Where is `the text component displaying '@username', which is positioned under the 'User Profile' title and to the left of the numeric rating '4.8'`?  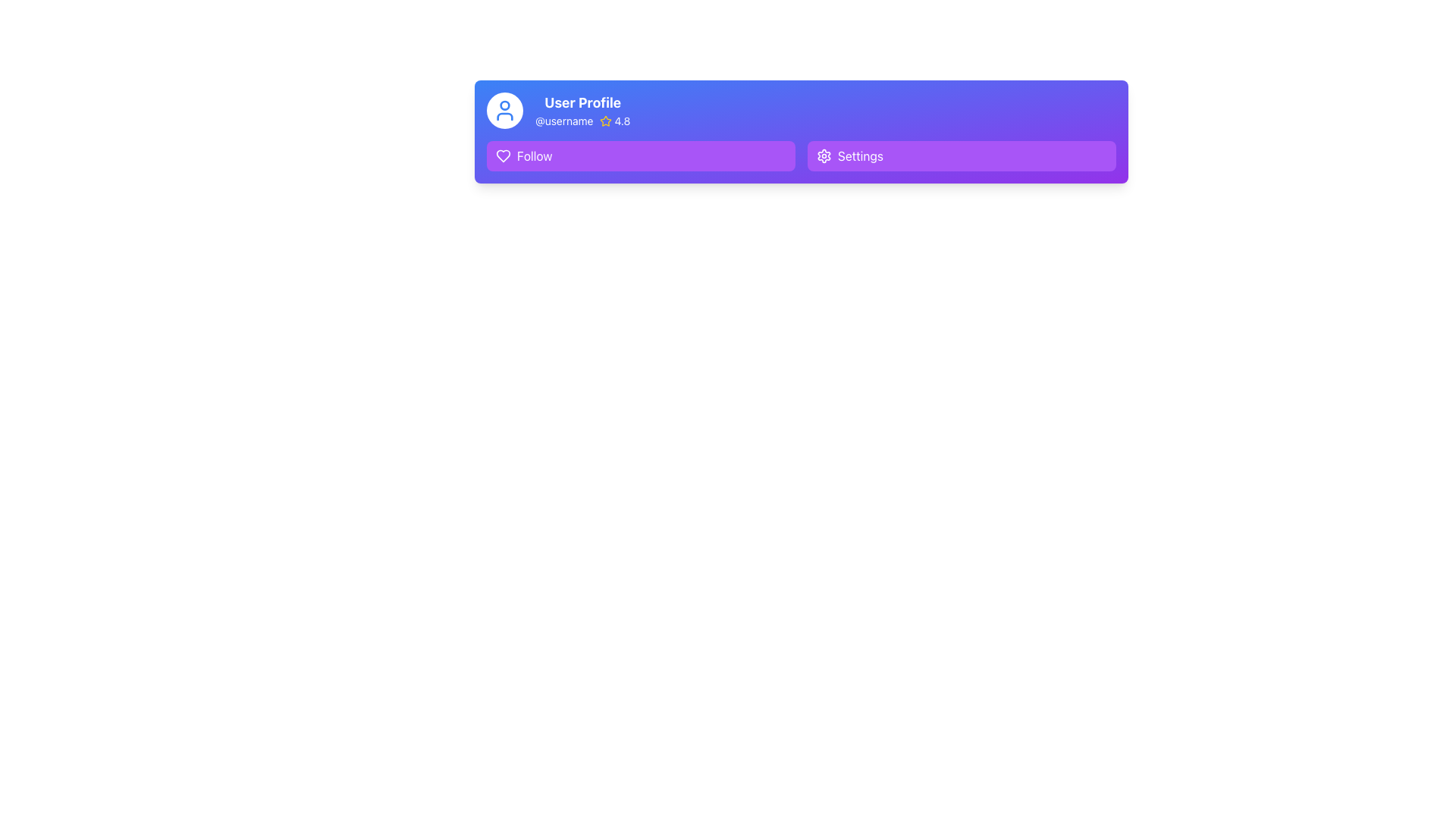
the text component displaying '@username', which is positioned under the 'User Profile' title and to the left of the numeric rating '4.8' is located at coordinates (563, 120).